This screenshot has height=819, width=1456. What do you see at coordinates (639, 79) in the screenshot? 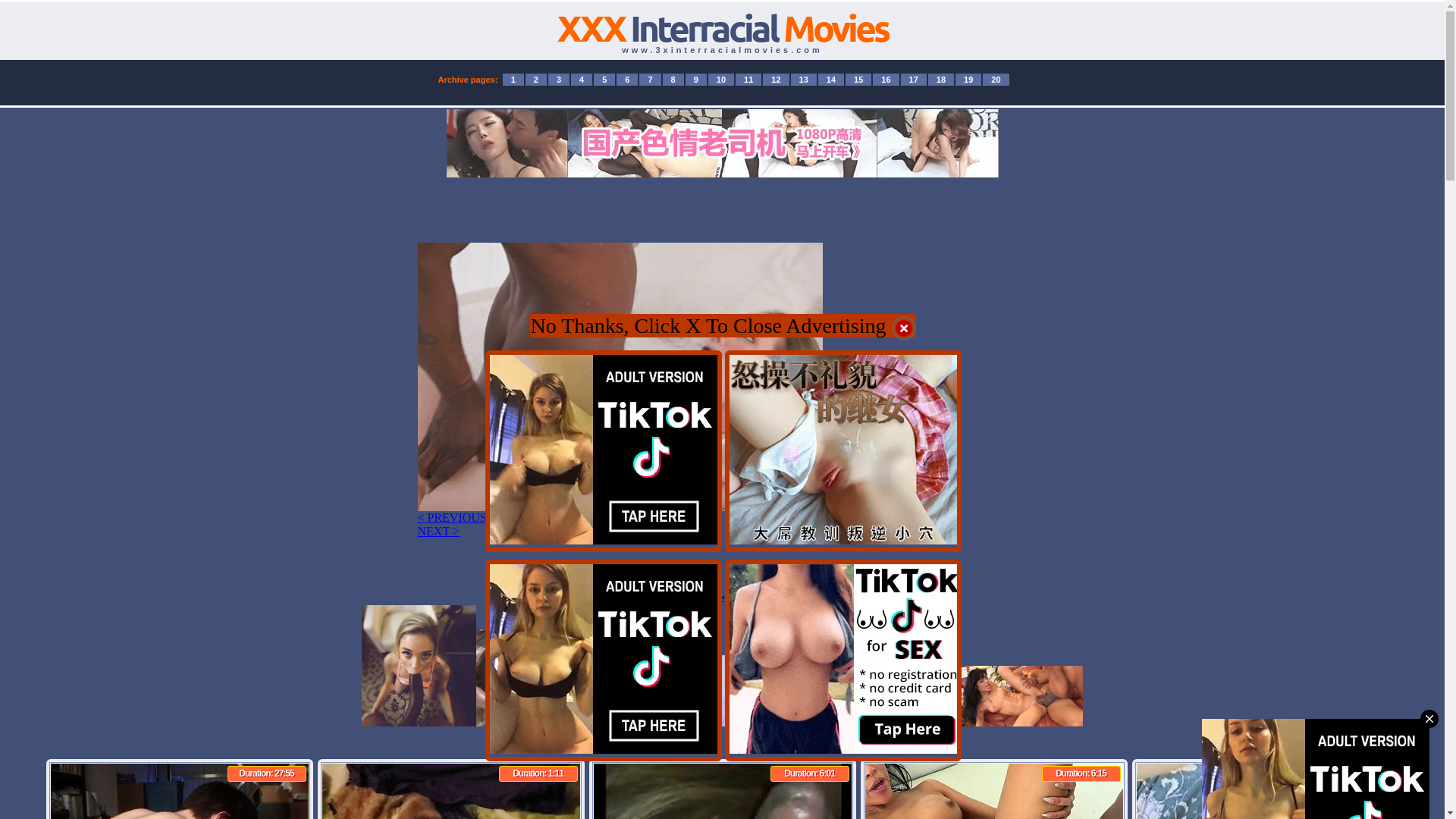
I see `'7'` at bounding box center [639, 79].